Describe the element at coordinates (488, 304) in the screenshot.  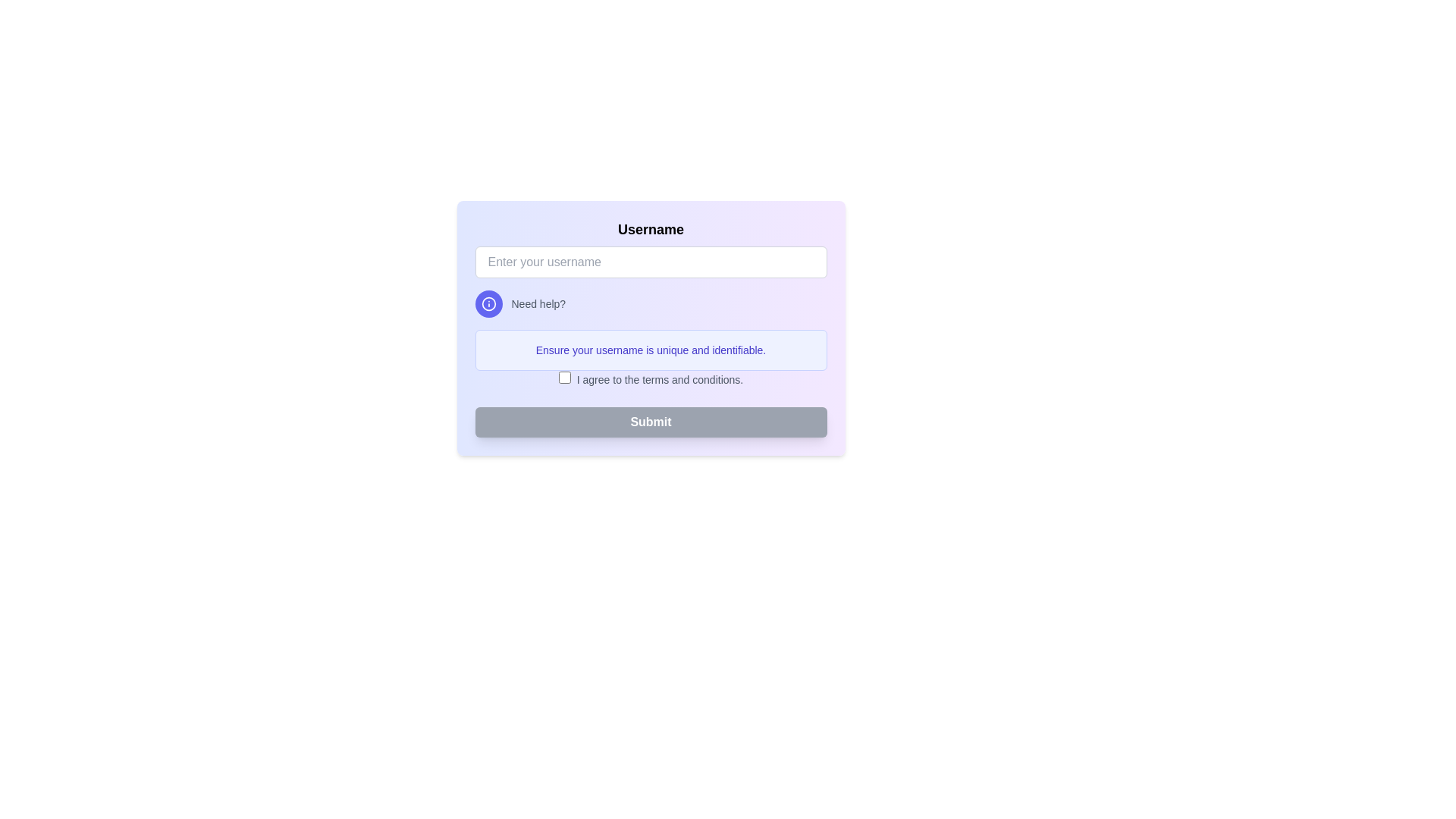
I see `the info icon, which is an outlined circle with an 'i', located adjacent to the 'Need help?' text field in the user input modal` at that location.